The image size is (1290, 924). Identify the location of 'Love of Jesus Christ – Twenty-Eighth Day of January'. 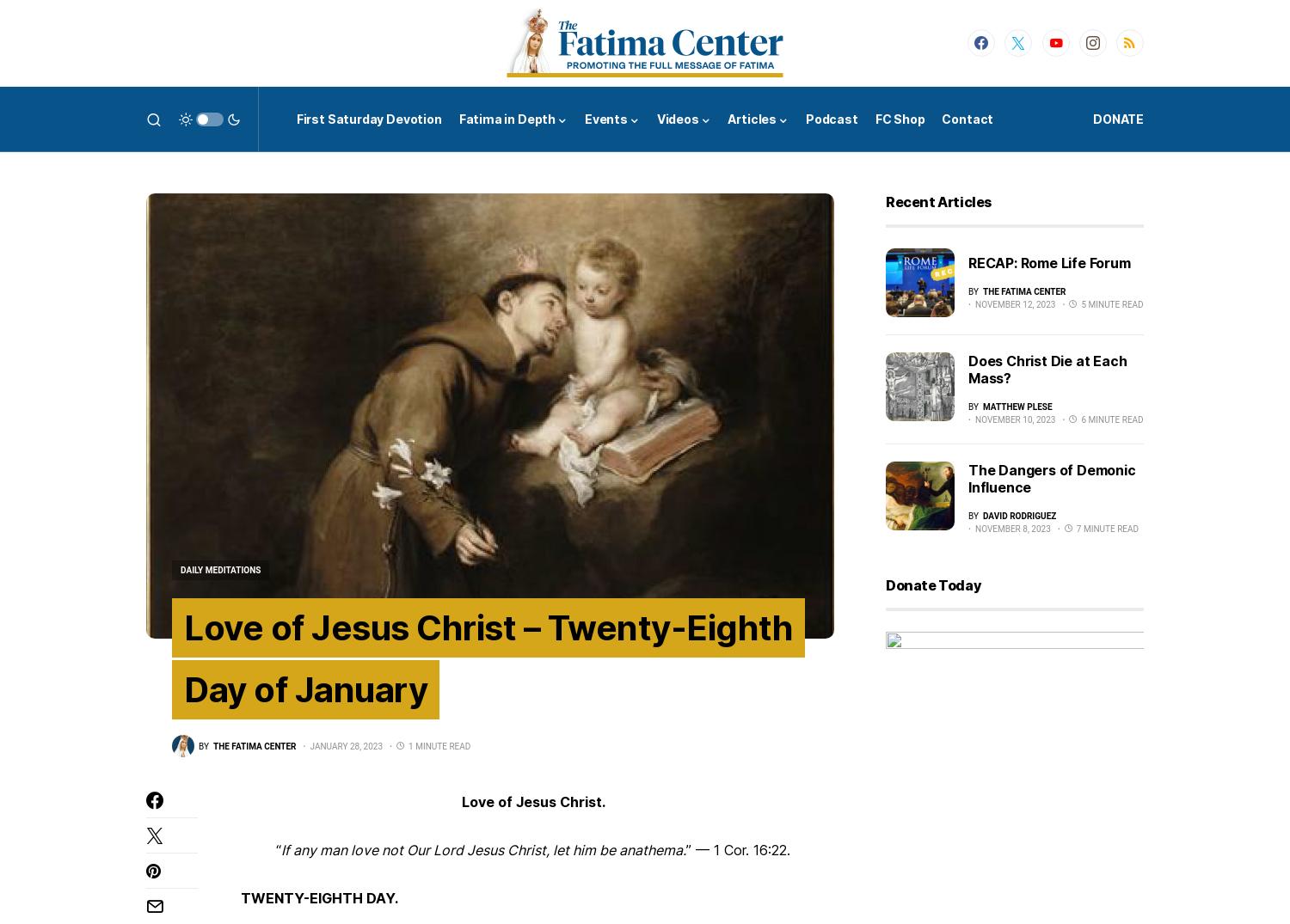
(488, 658).